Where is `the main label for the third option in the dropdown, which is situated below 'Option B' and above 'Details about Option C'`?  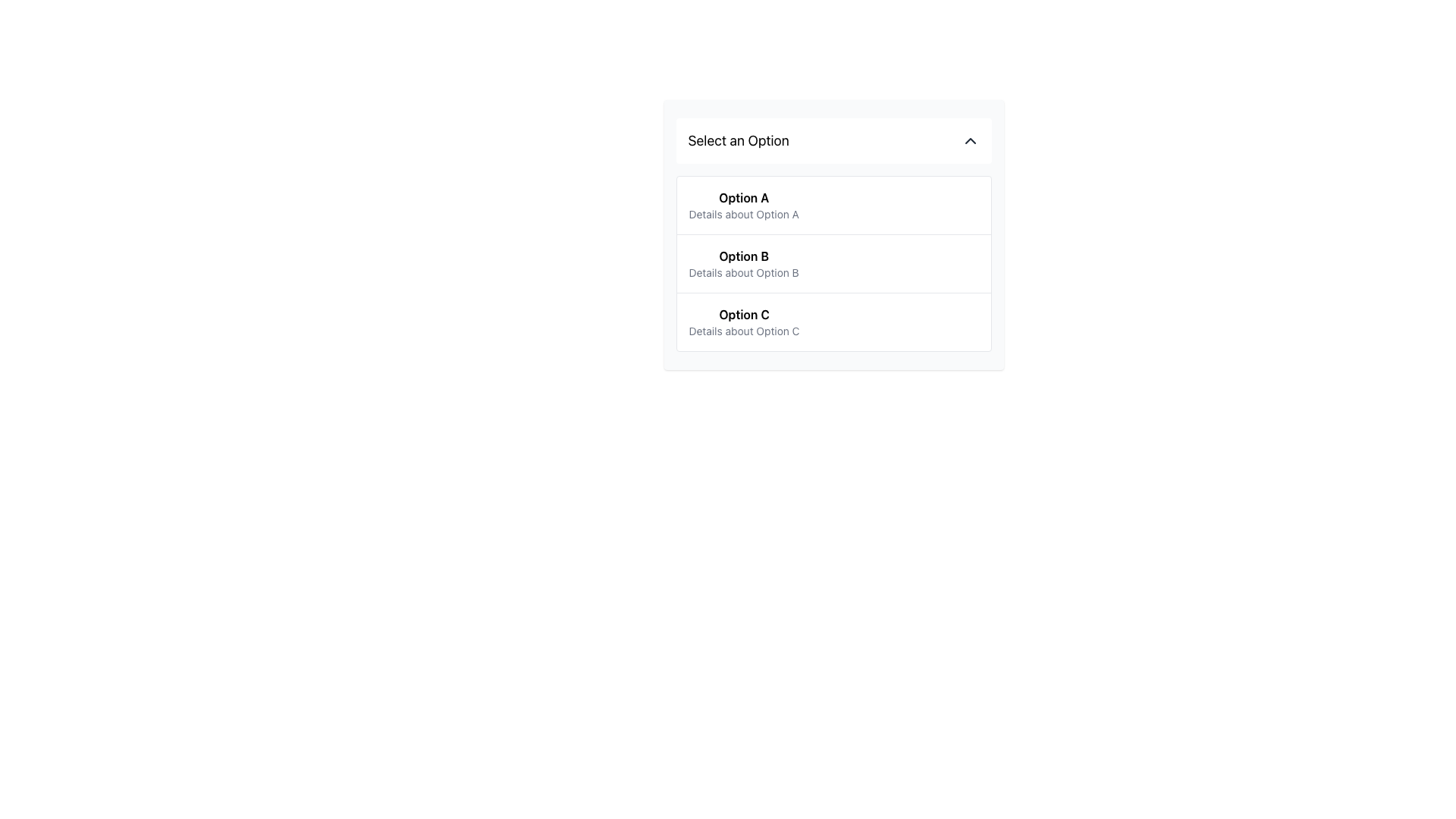
the main label for the third option in the dropdown, which is situated below 'Option B' and above 'Details about Option C' is located at coordinates (744, 314).